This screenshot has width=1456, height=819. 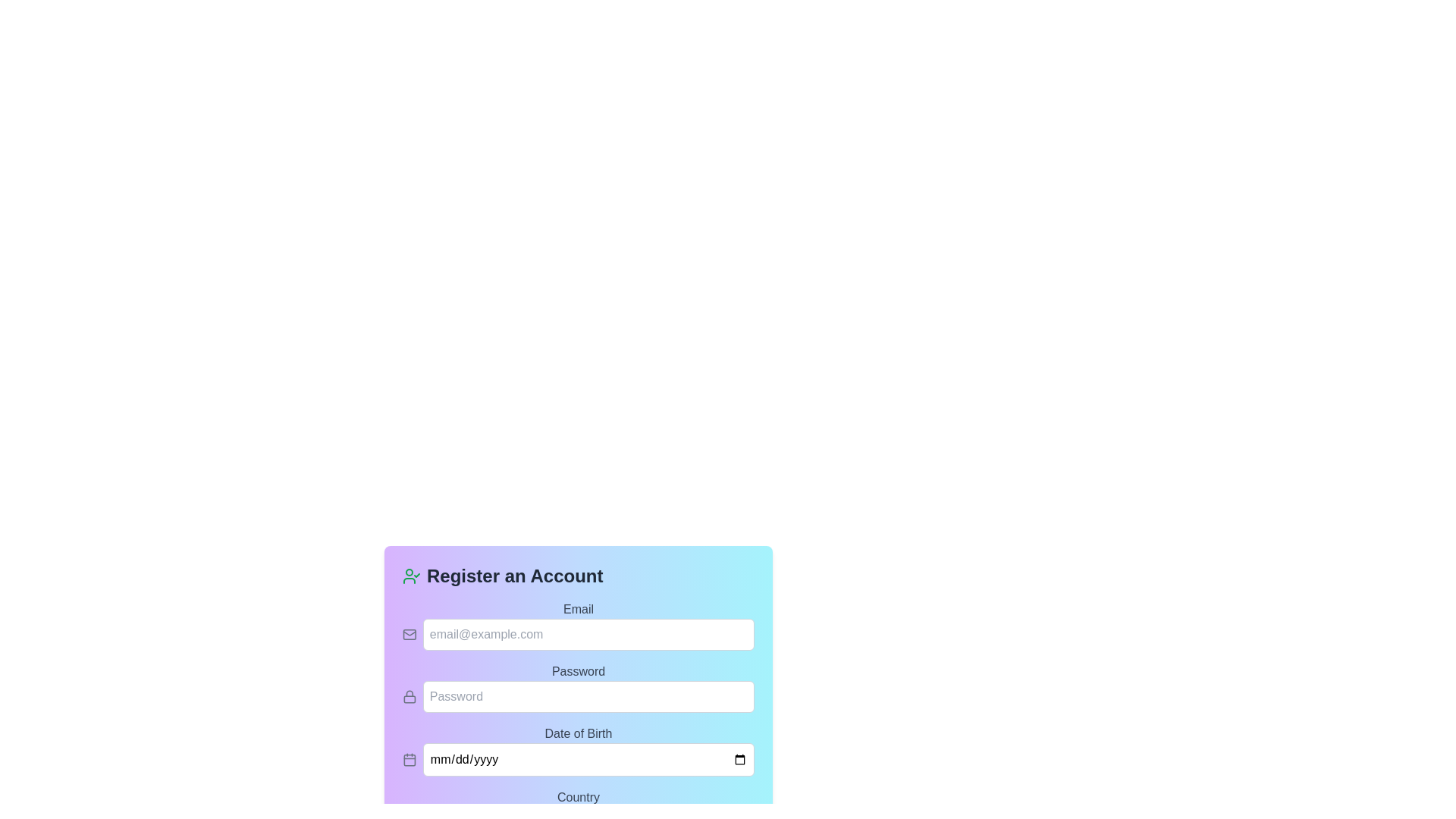 I want to click on the static text label that serves as a date input field descriptor, located below the 'Password' input field and above the date input field on the registration form, so click(x=578, y=733).